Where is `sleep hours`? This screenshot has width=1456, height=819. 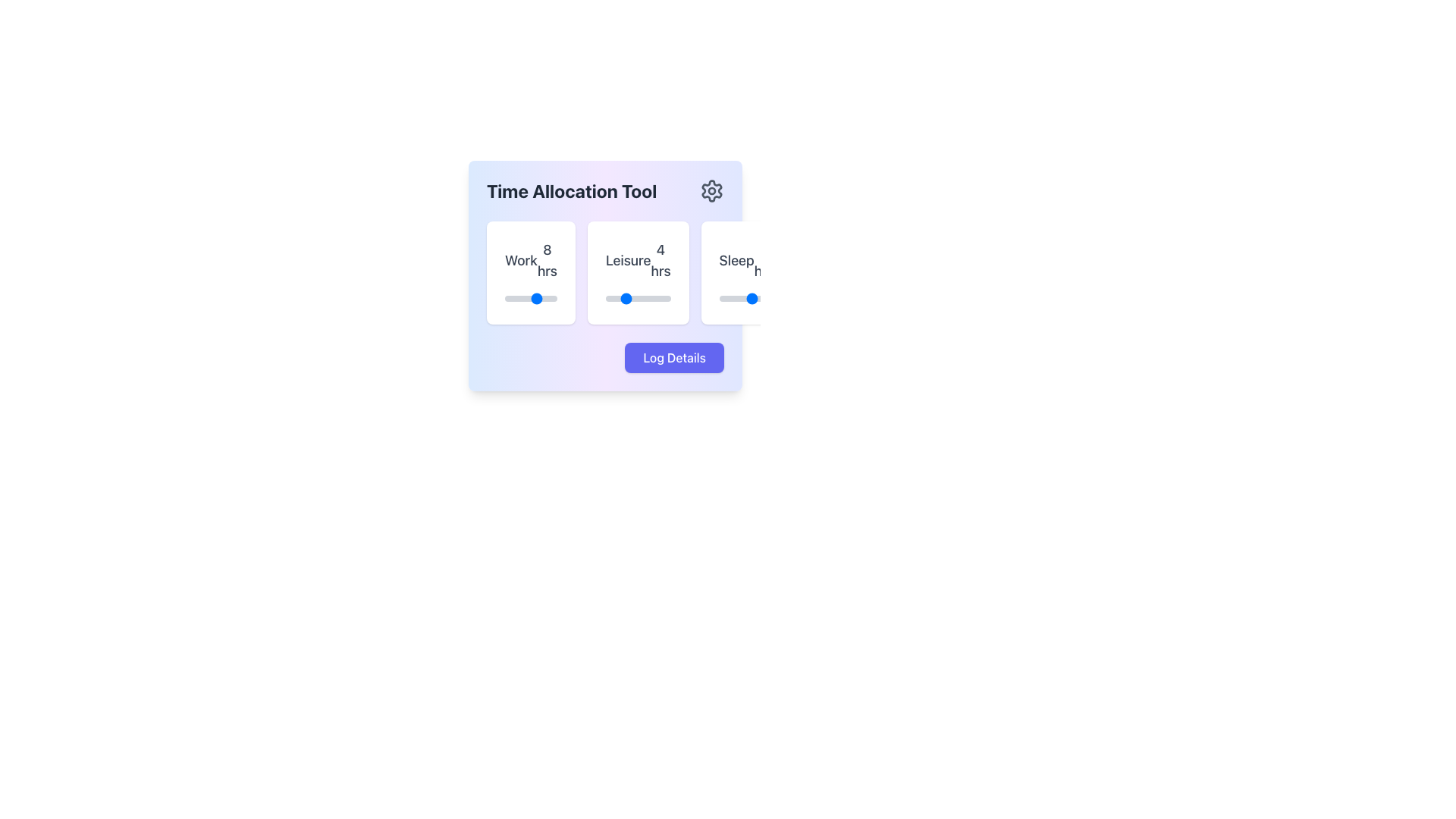
sleep hours is located at coordinates (729, 298).